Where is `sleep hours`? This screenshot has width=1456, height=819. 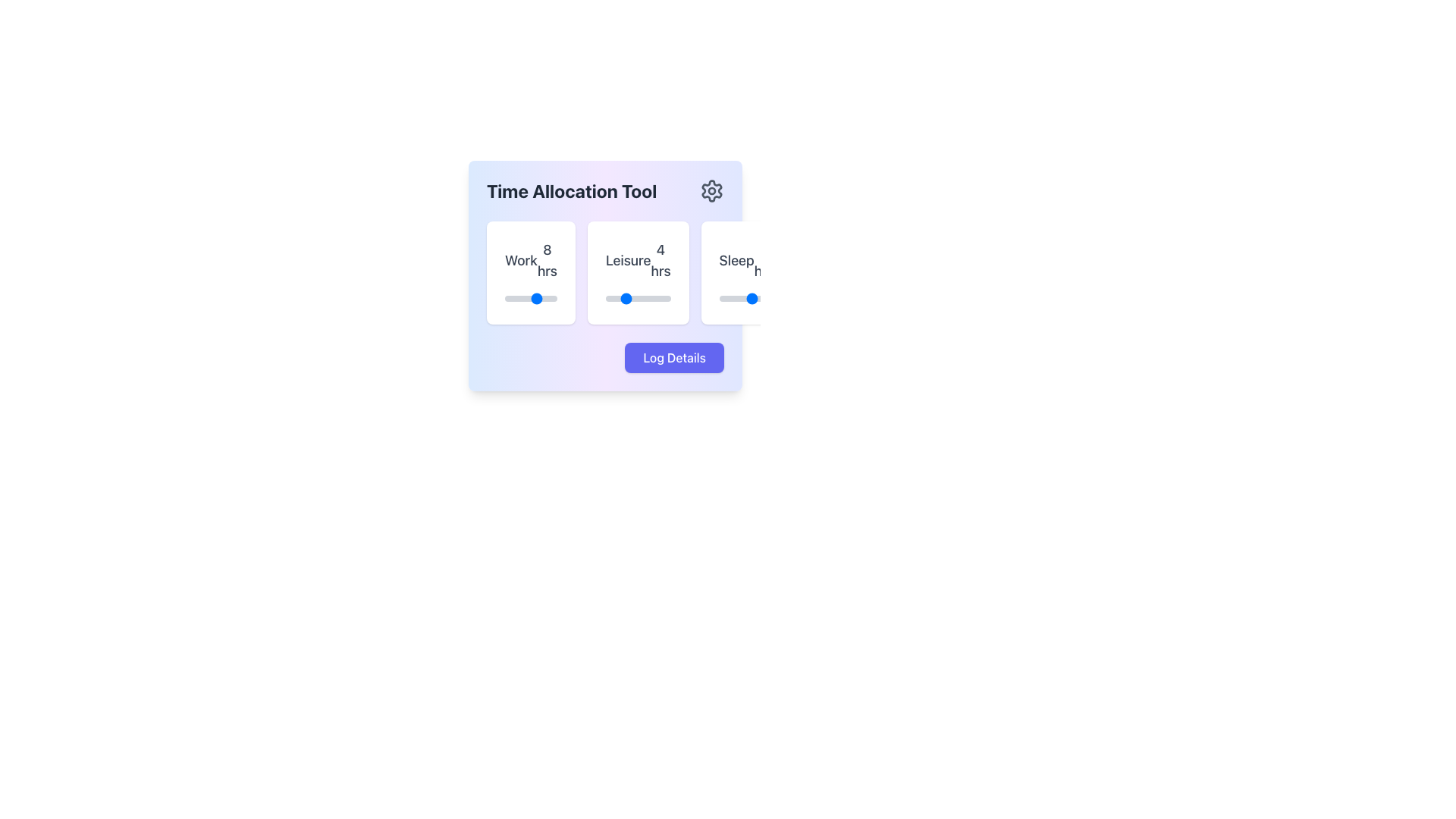
sleep hours is located at coordinates (729, 298).